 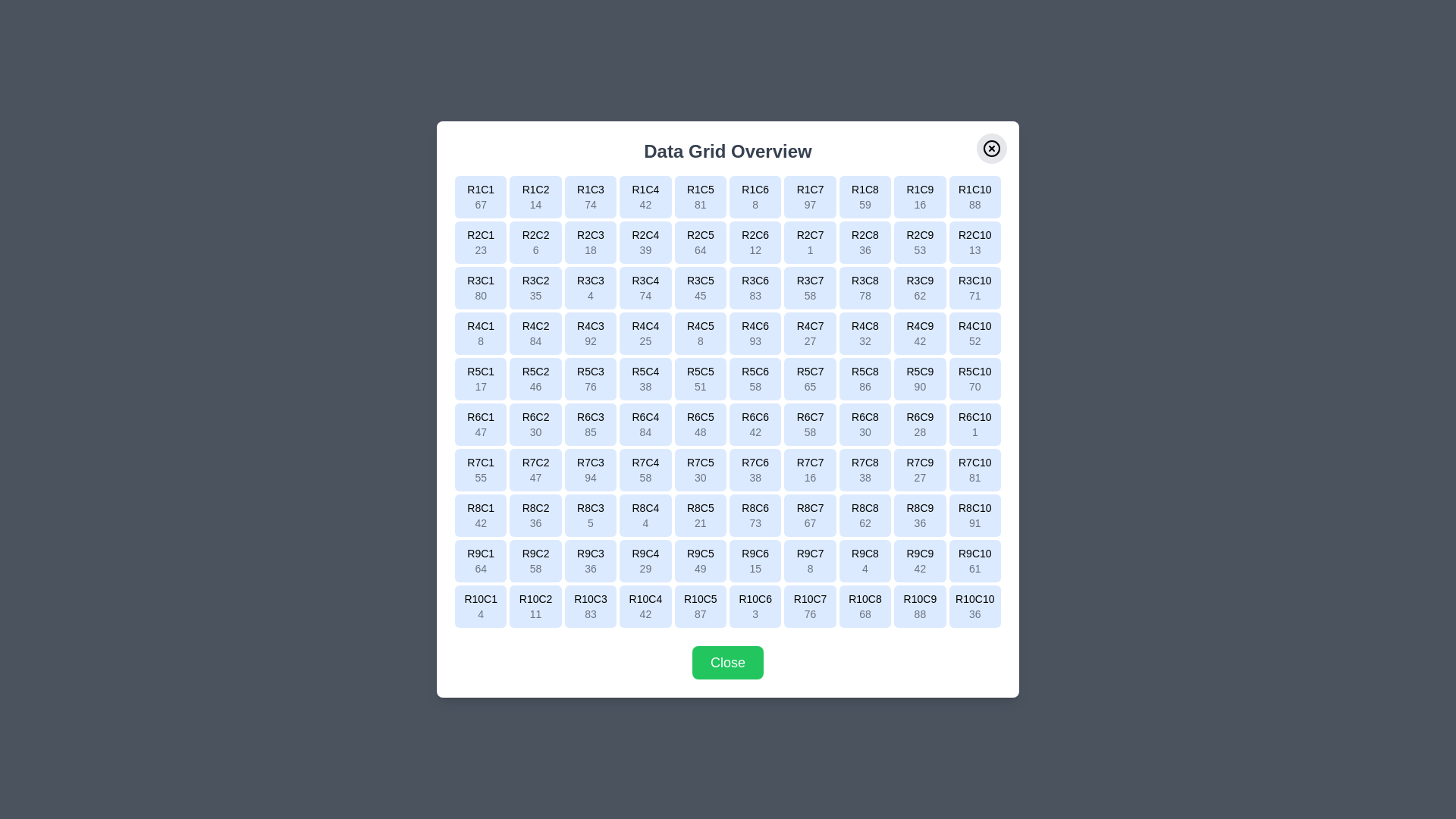 I want to click on the close button to close the dialog, so click(x=992, y=149).